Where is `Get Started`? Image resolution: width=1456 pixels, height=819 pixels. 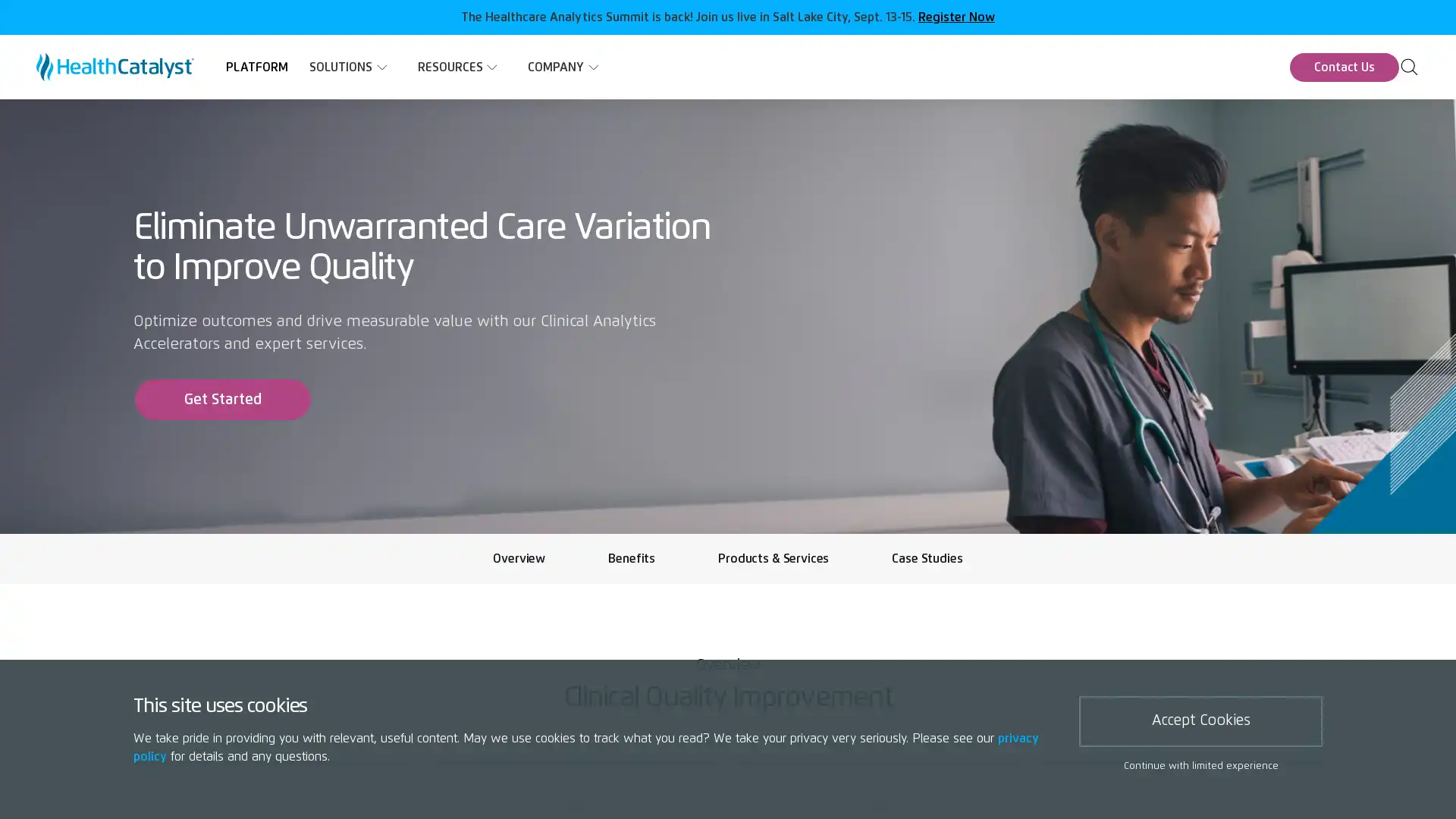 Get Started is located at coordinates (221, 399).